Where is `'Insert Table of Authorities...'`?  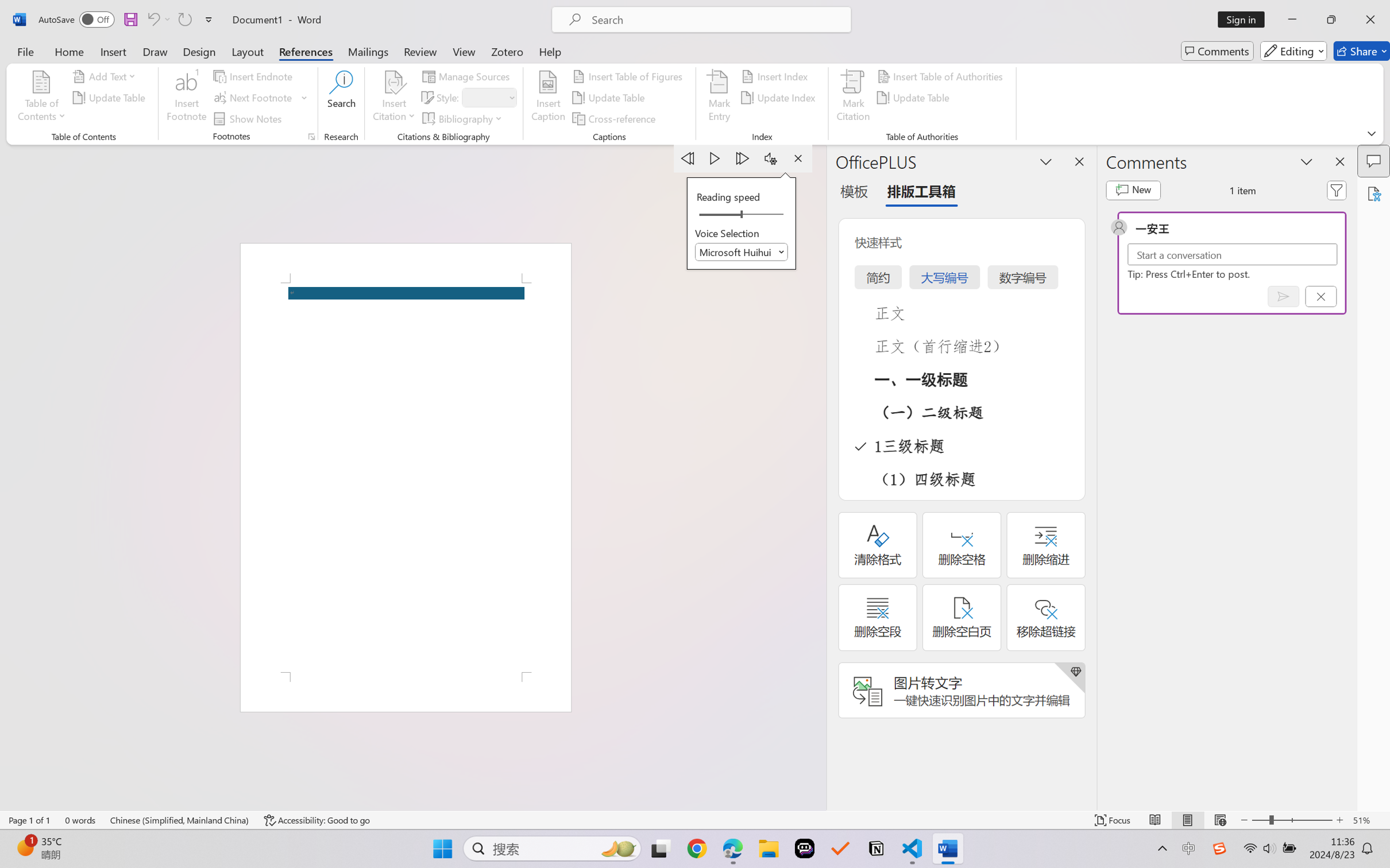 'Insert Table of Authorities...' is located at coordinates (941, 75).